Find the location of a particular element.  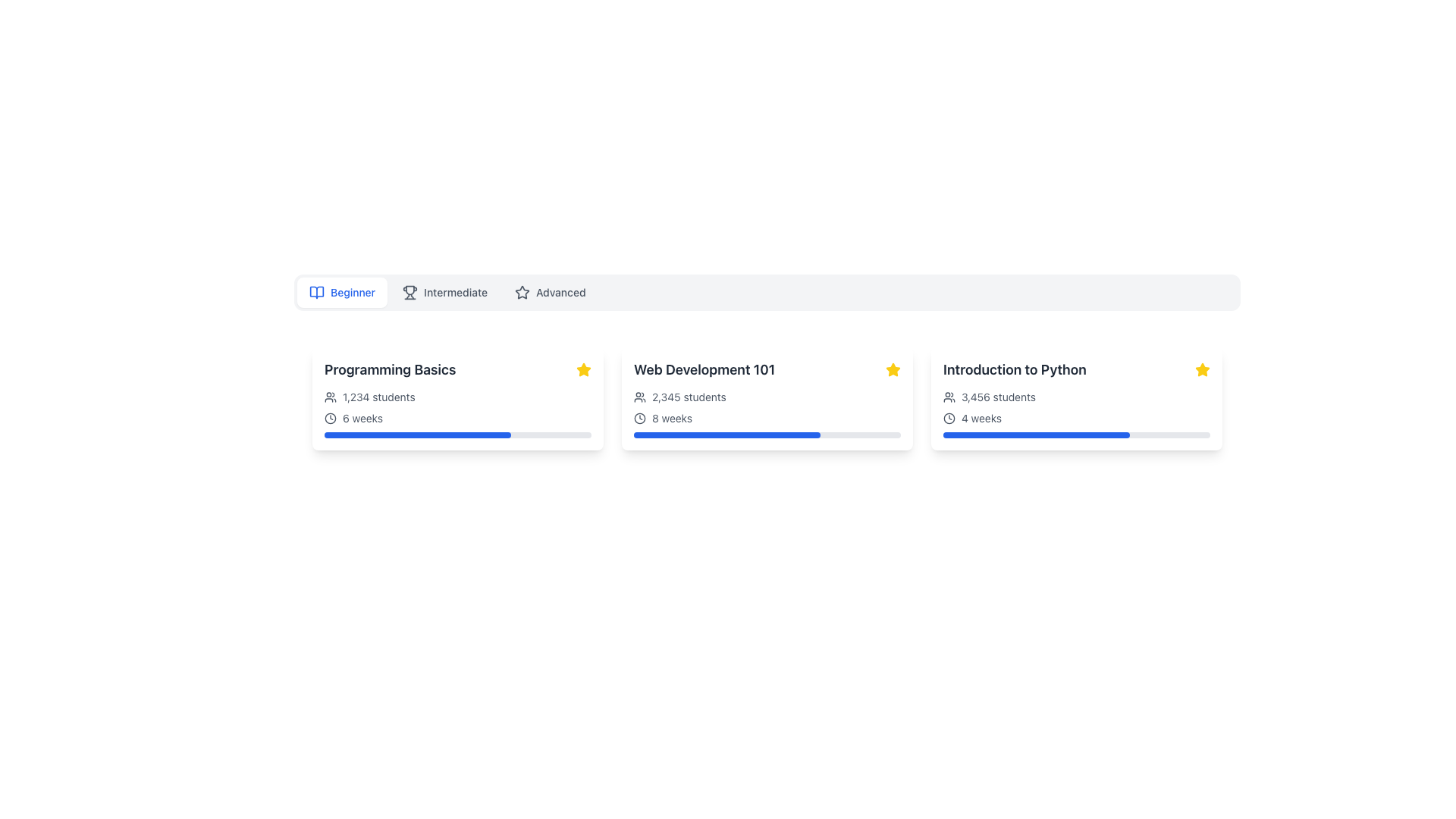

the circular outline of the clock face represented as an SVG graphical component, which is part of a clock icon styled with the class 'lucide lucide-clock', located adjacent to the text '6 weeks' is located at coordinates (949, 418).